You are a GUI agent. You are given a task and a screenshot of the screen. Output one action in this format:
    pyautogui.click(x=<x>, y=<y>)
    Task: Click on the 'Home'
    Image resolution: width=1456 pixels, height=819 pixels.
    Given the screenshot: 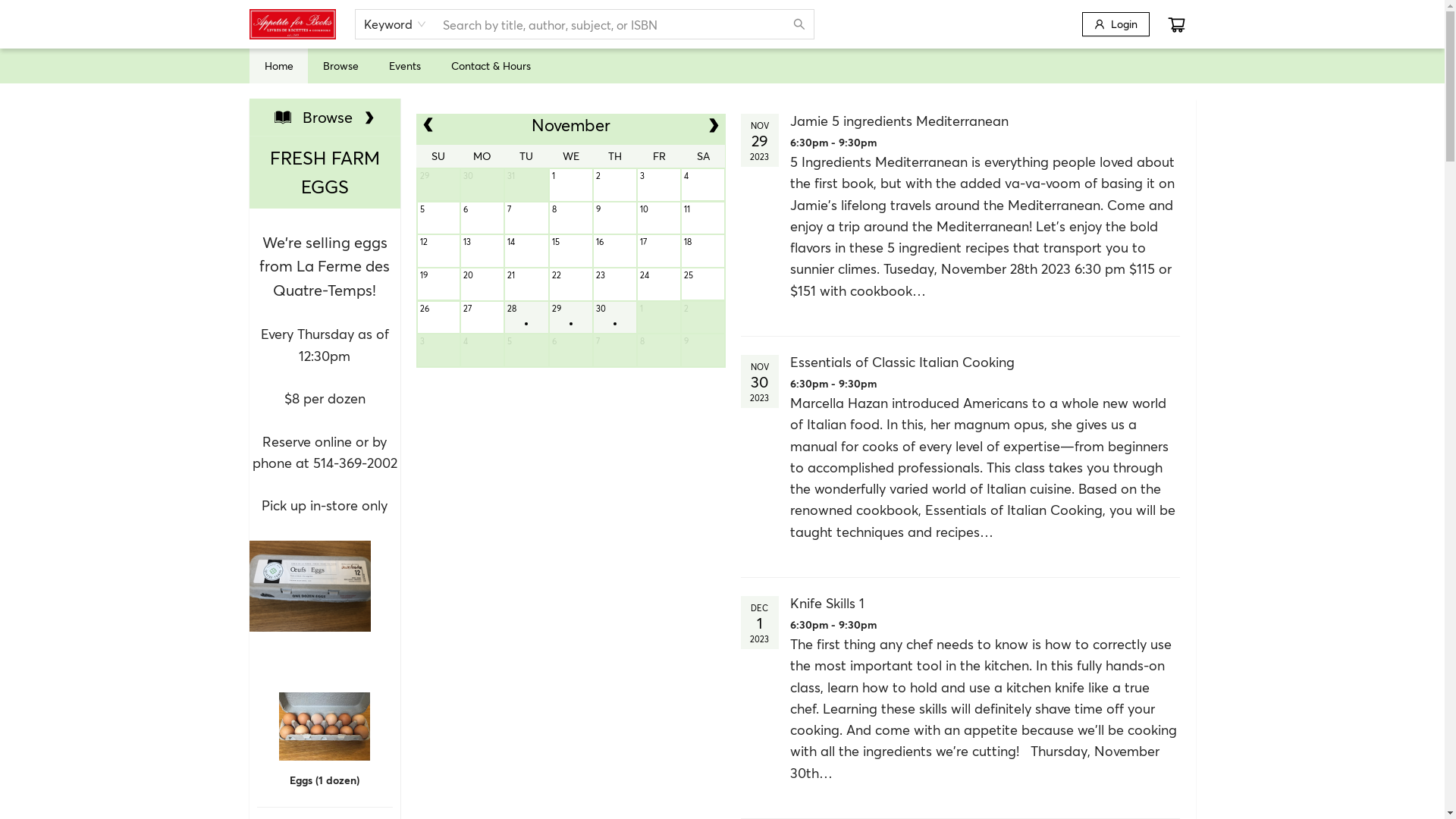 What is the action you would take?
    pyautogui.click(x=263, y=64)
    